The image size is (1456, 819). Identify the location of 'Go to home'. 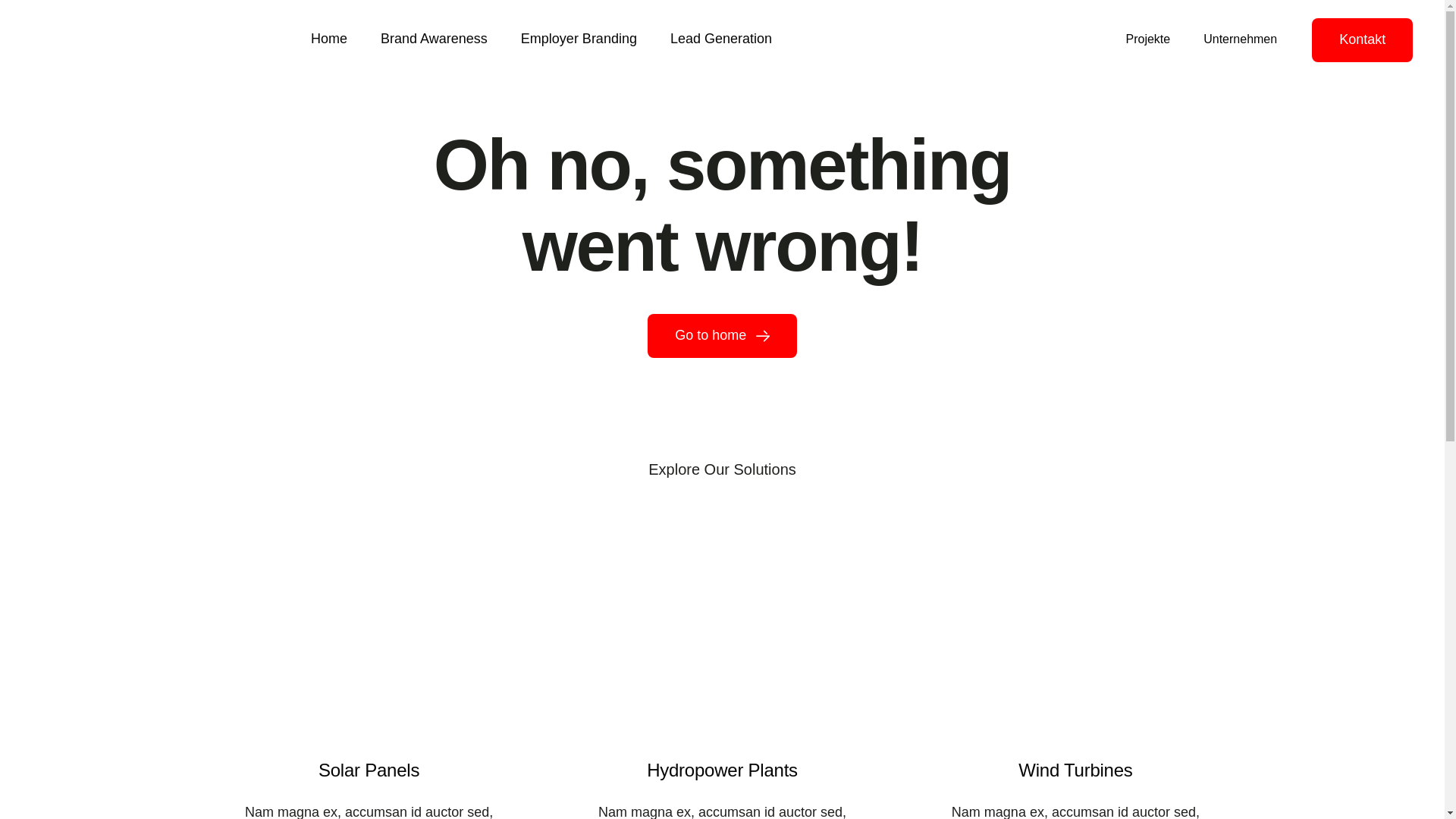
(648, 335).